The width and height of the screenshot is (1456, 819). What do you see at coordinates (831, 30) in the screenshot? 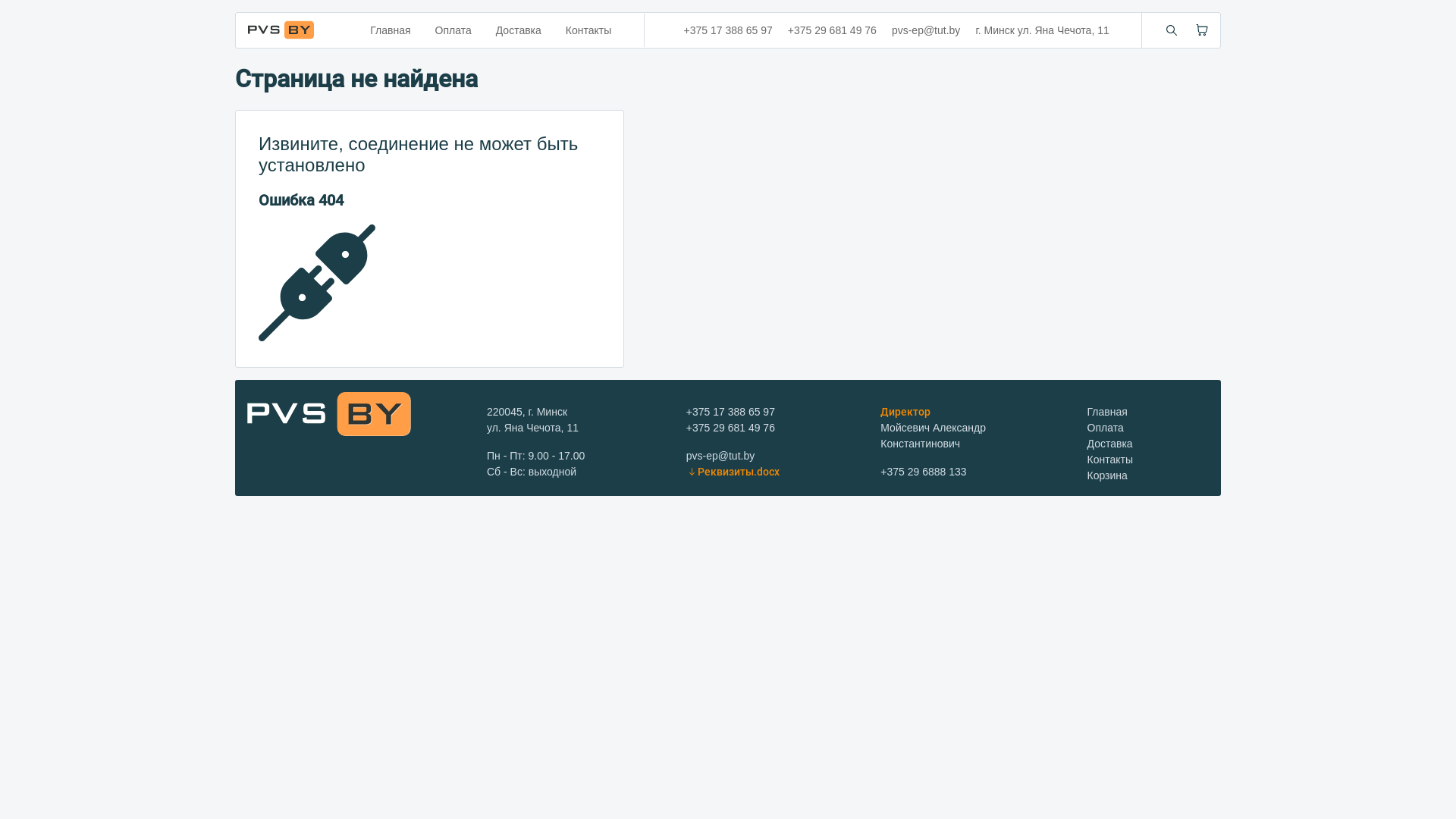
I see `'+375 29 681 49 76'` at bounding box center [831, 30].